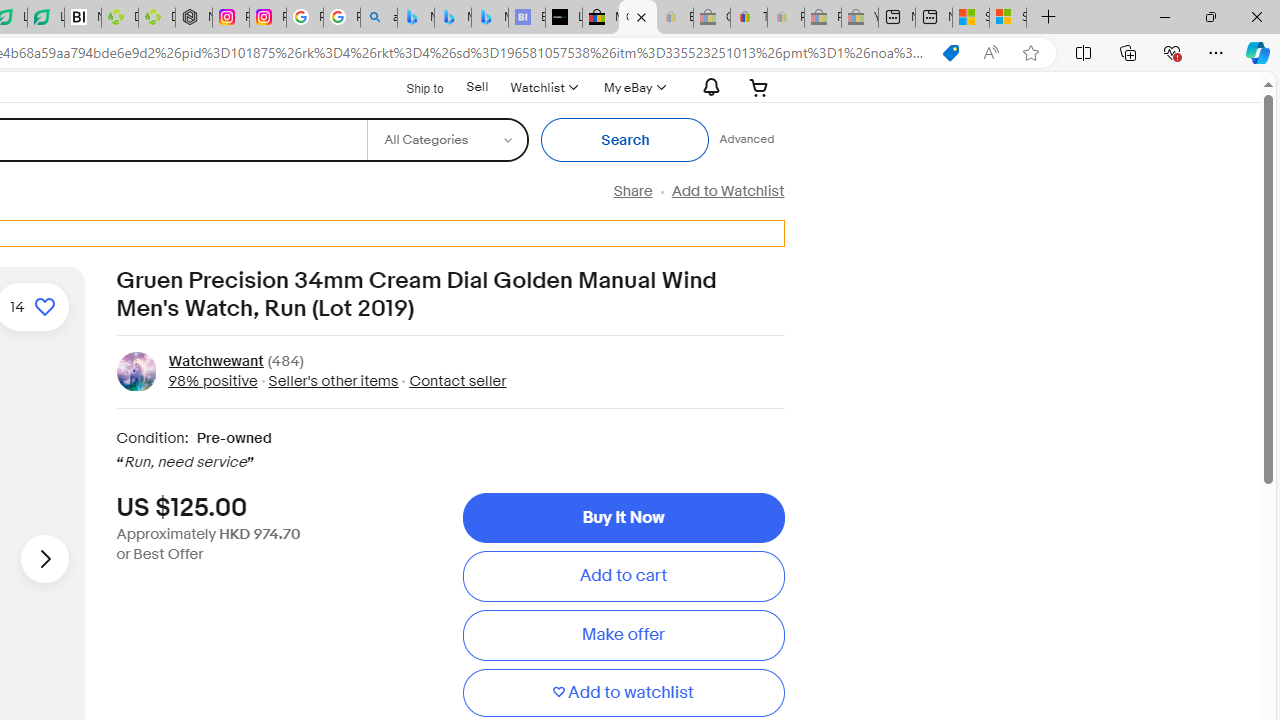 This screenshot has width=1280, height=720. Describe the element at coordinates (758, 86) in the screenshot. I see `'Expand Cart'` at that location.